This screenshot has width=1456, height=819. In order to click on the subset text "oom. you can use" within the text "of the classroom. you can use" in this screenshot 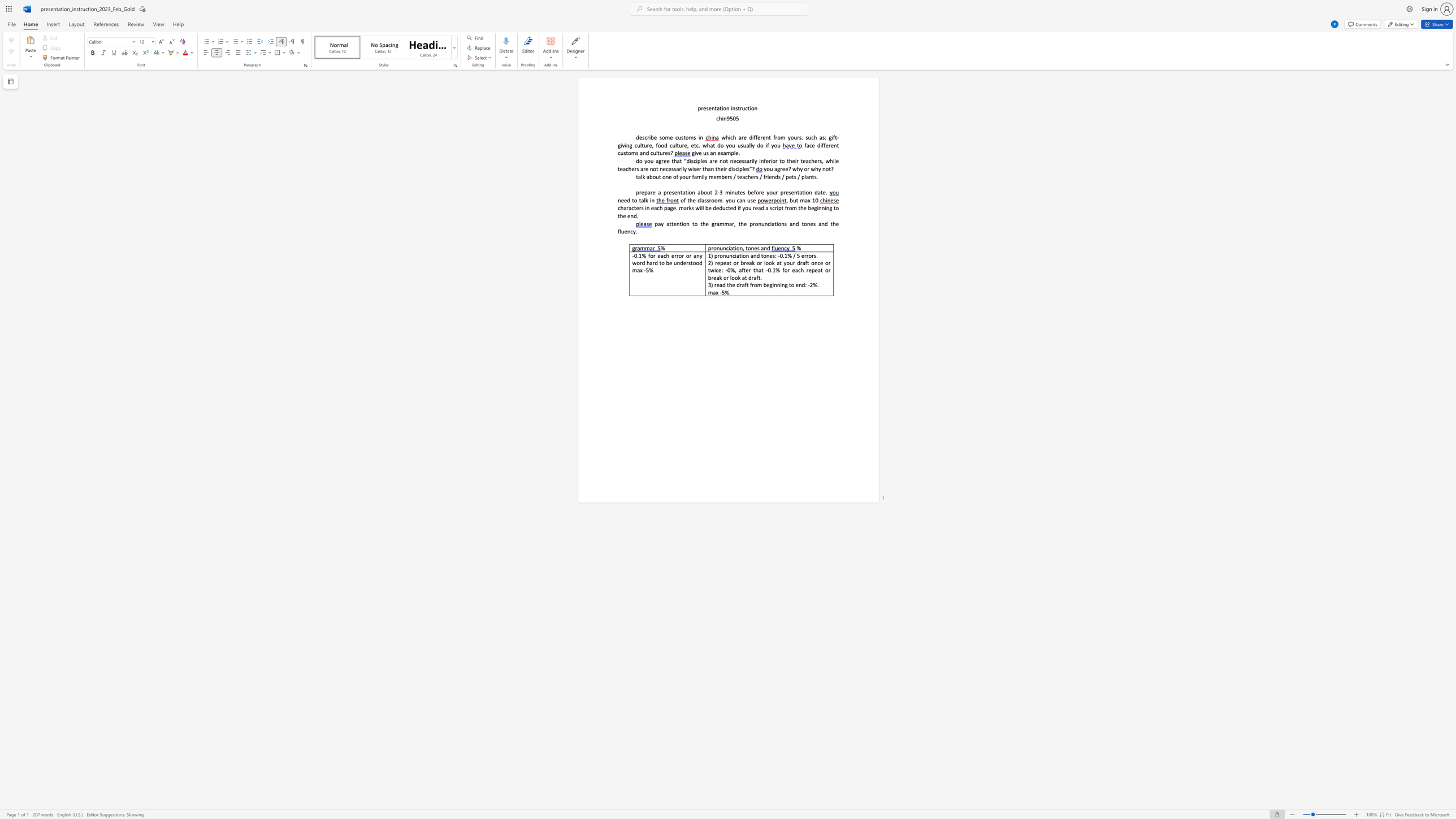, I will do `click(710, 200)`.